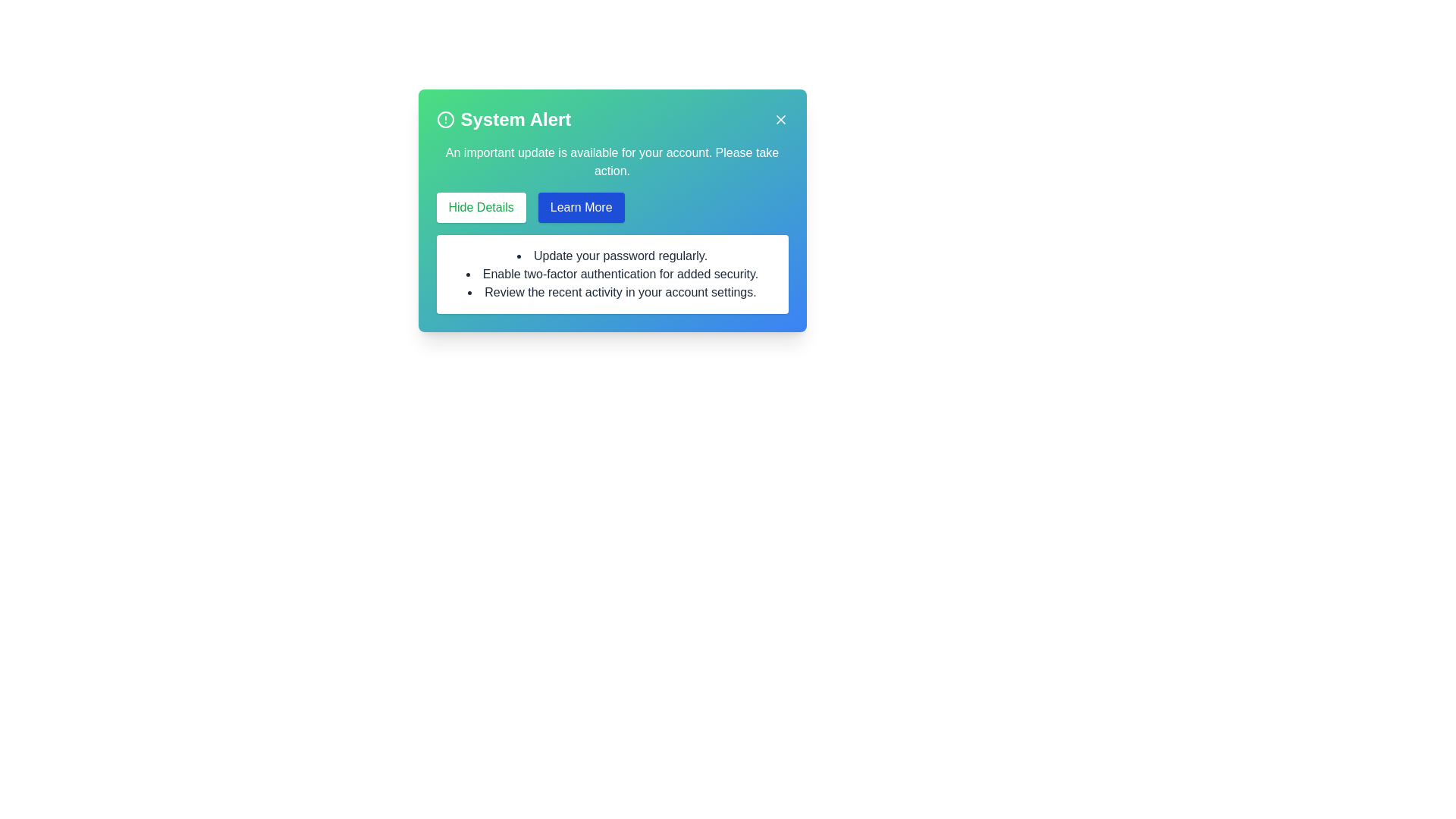  I want to click on the call-to-action button located within the notification modal, which is to the right of the 'Hide Details' button and above the security recommendations list box, so click(612, 210).